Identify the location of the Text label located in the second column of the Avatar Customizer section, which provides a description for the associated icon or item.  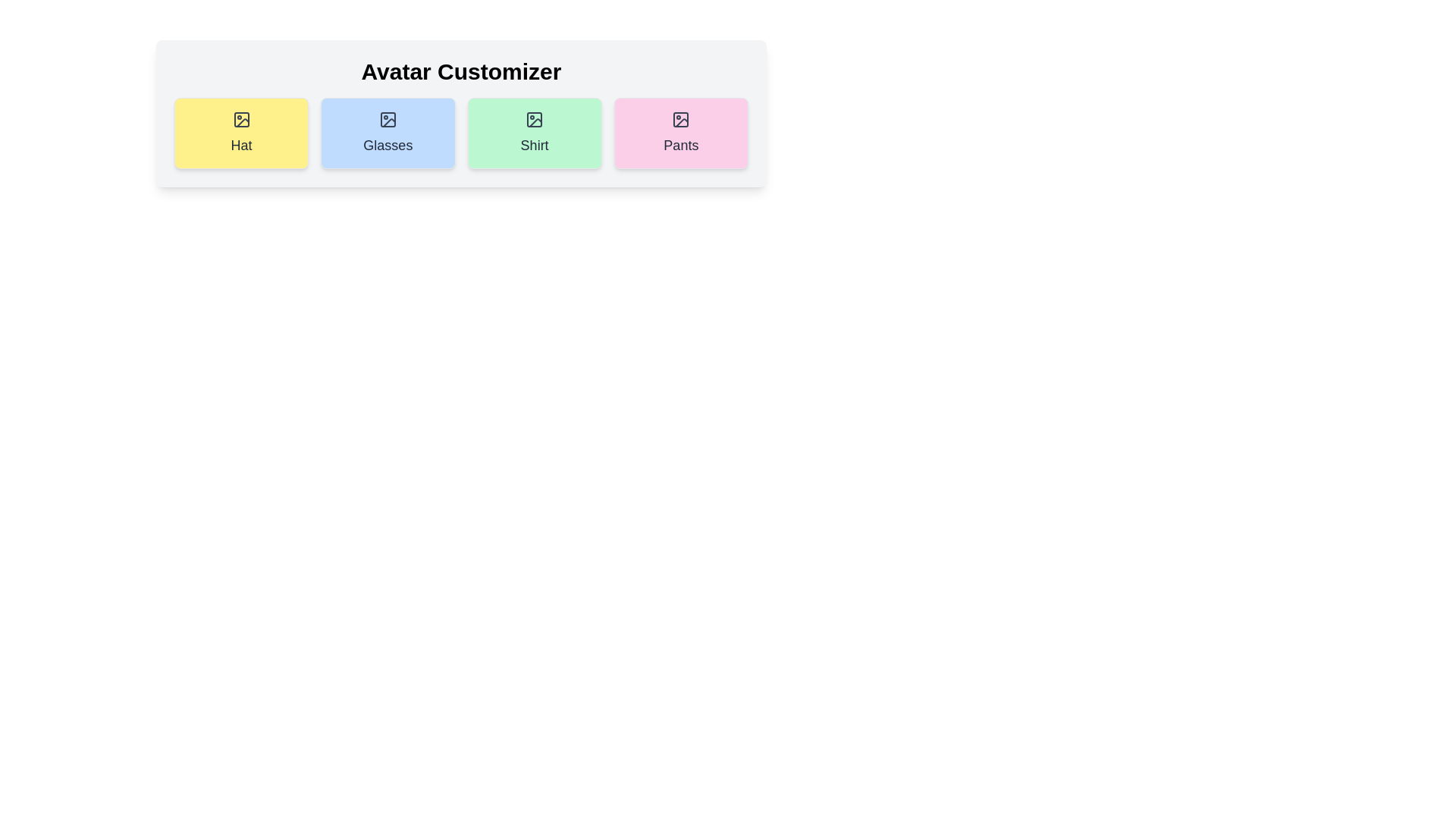
(388, 146).